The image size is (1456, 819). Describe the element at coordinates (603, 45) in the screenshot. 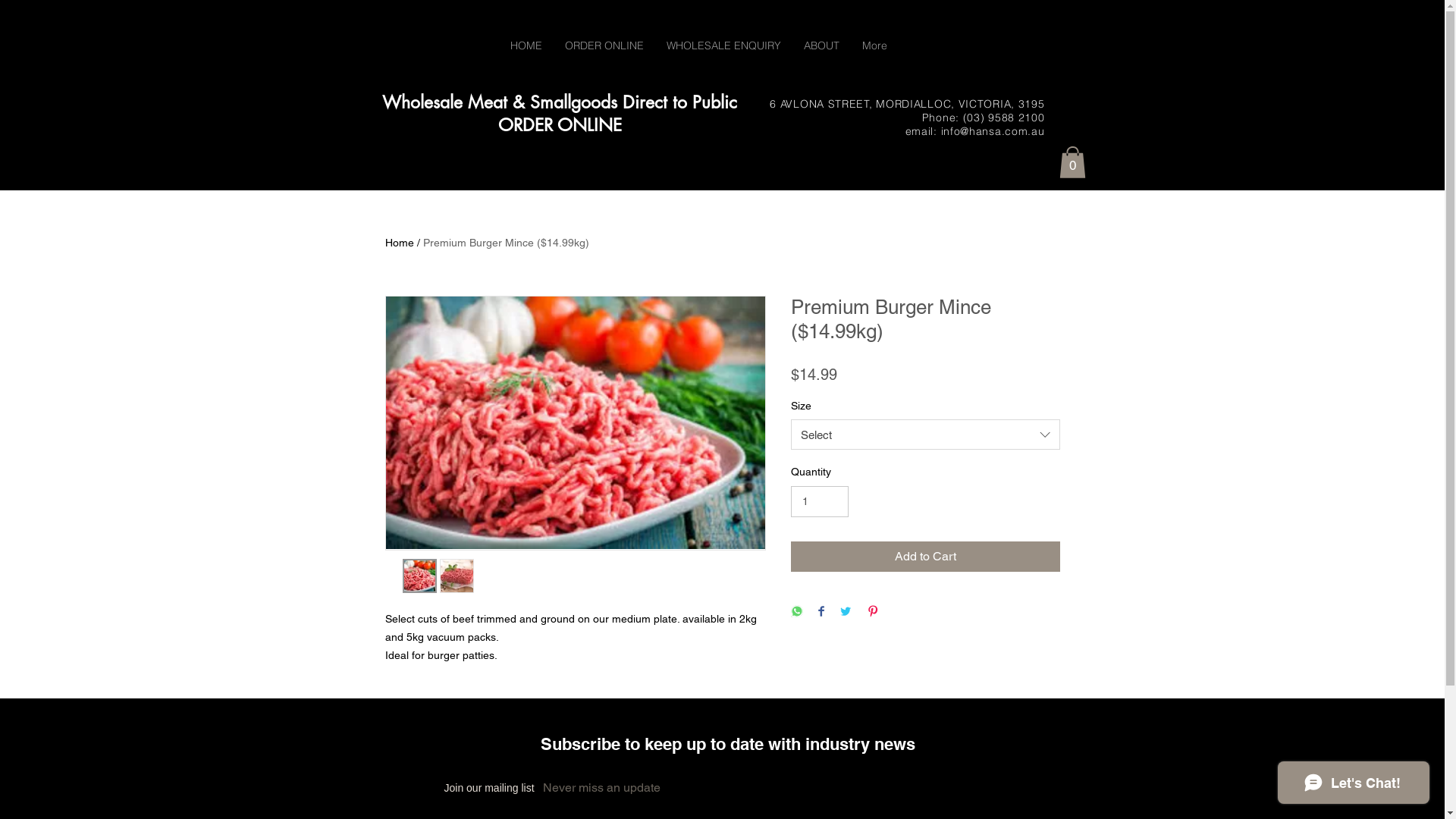

I see `'ORDER ONLINE'` at that location.